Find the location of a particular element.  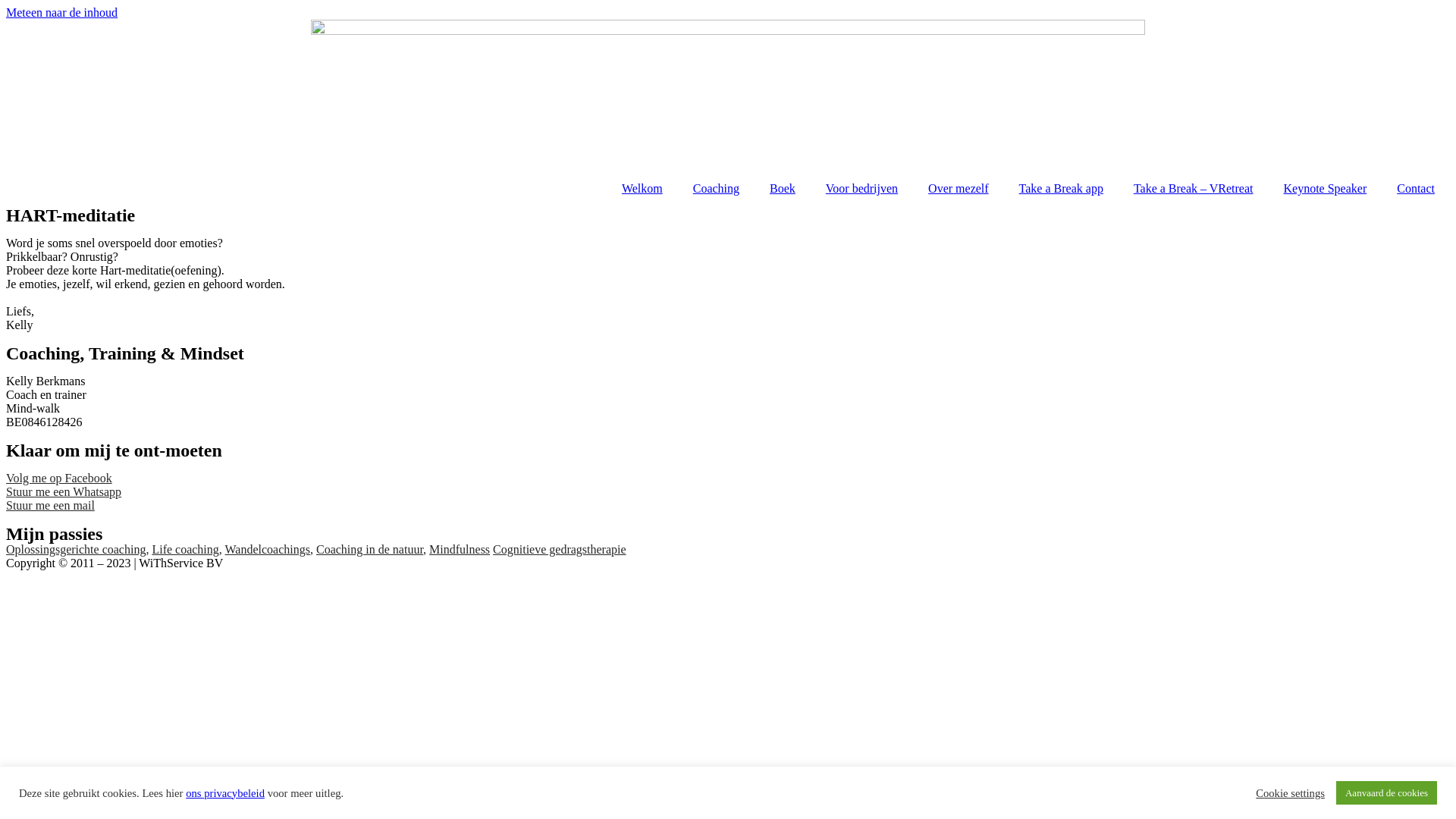

'Stuur me een mail' is located at coordinates (50, 505).